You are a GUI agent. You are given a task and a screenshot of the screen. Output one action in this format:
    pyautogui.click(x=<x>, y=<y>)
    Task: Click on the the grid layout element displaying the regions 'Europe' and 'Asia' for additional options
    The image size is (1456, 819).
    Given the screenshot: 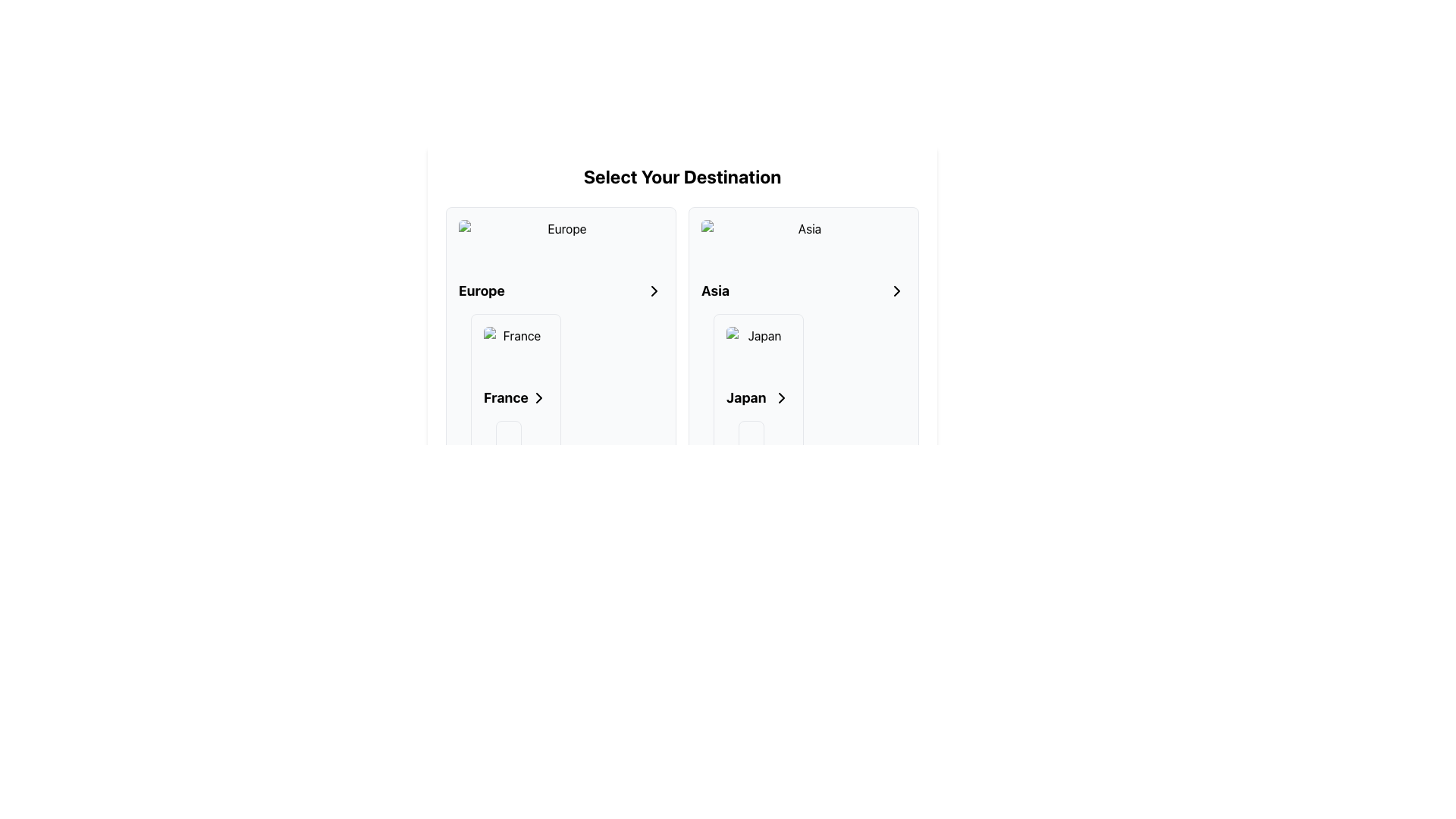 What is the action you would take?
    pyautogui.click(x=682, y=379)
    